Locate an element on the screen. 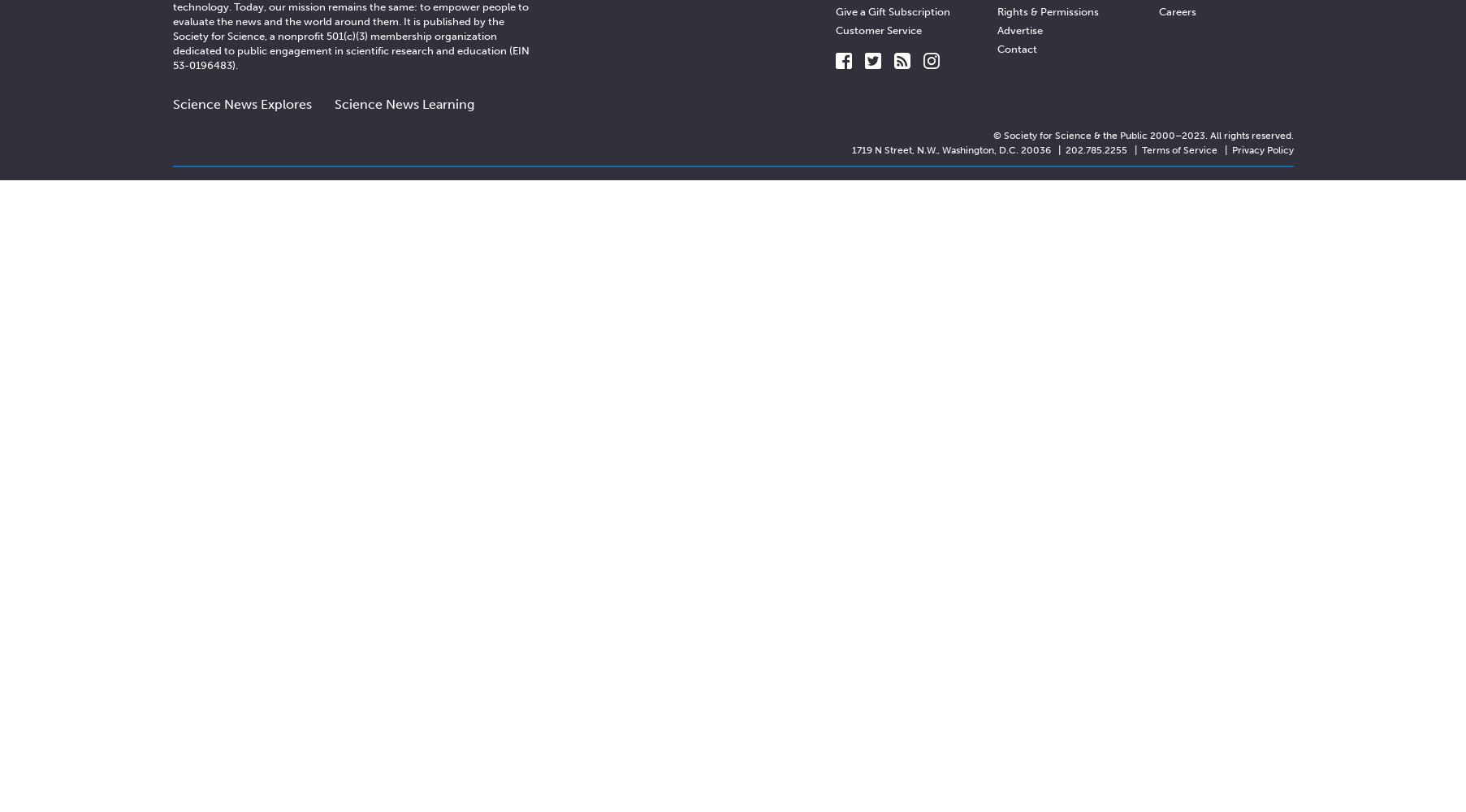  'Contact' is located at coordinates (1016, 48).